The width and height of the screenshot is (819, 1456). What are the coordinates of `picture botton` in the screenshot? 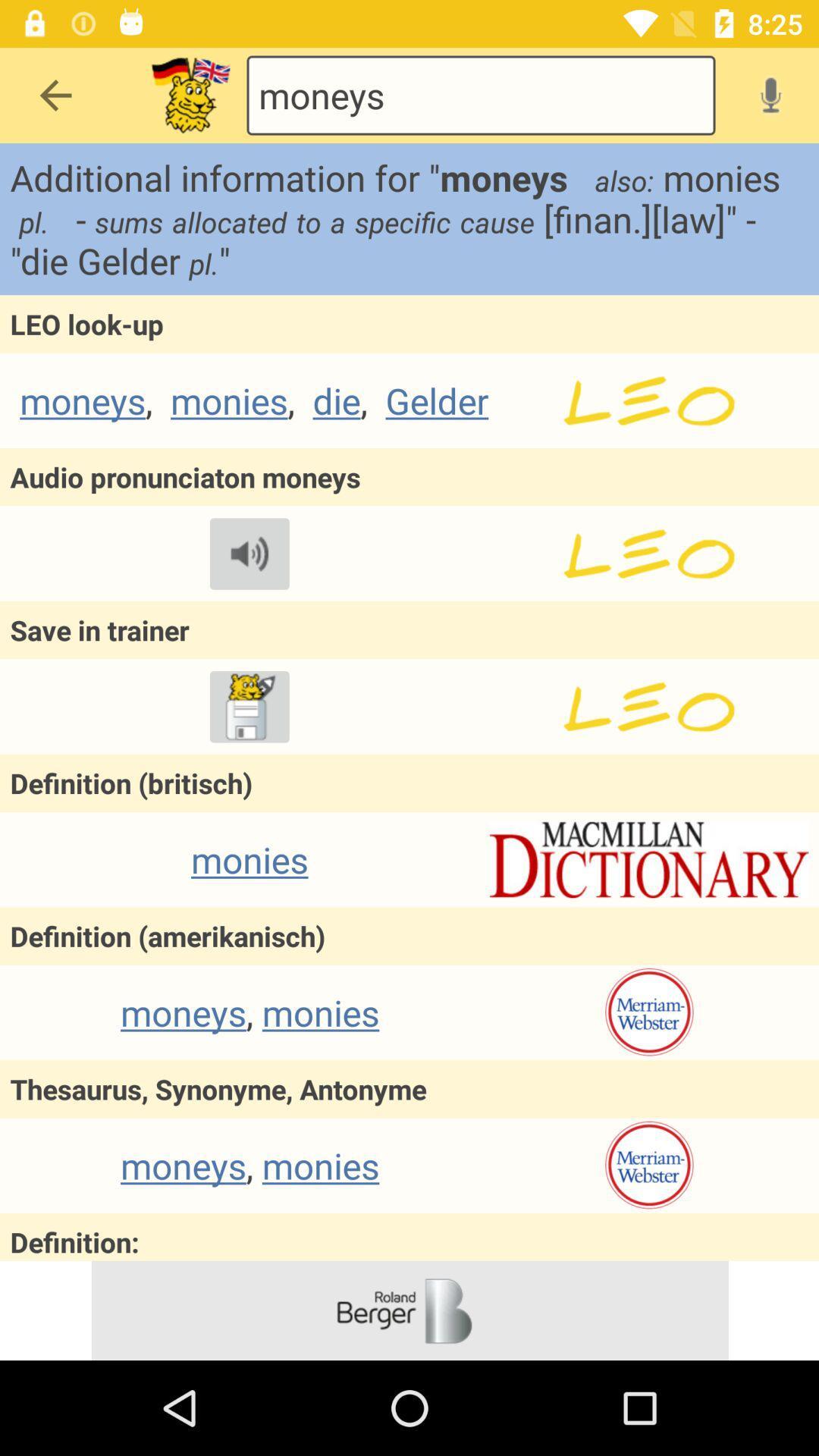 It's located at (190, 94).